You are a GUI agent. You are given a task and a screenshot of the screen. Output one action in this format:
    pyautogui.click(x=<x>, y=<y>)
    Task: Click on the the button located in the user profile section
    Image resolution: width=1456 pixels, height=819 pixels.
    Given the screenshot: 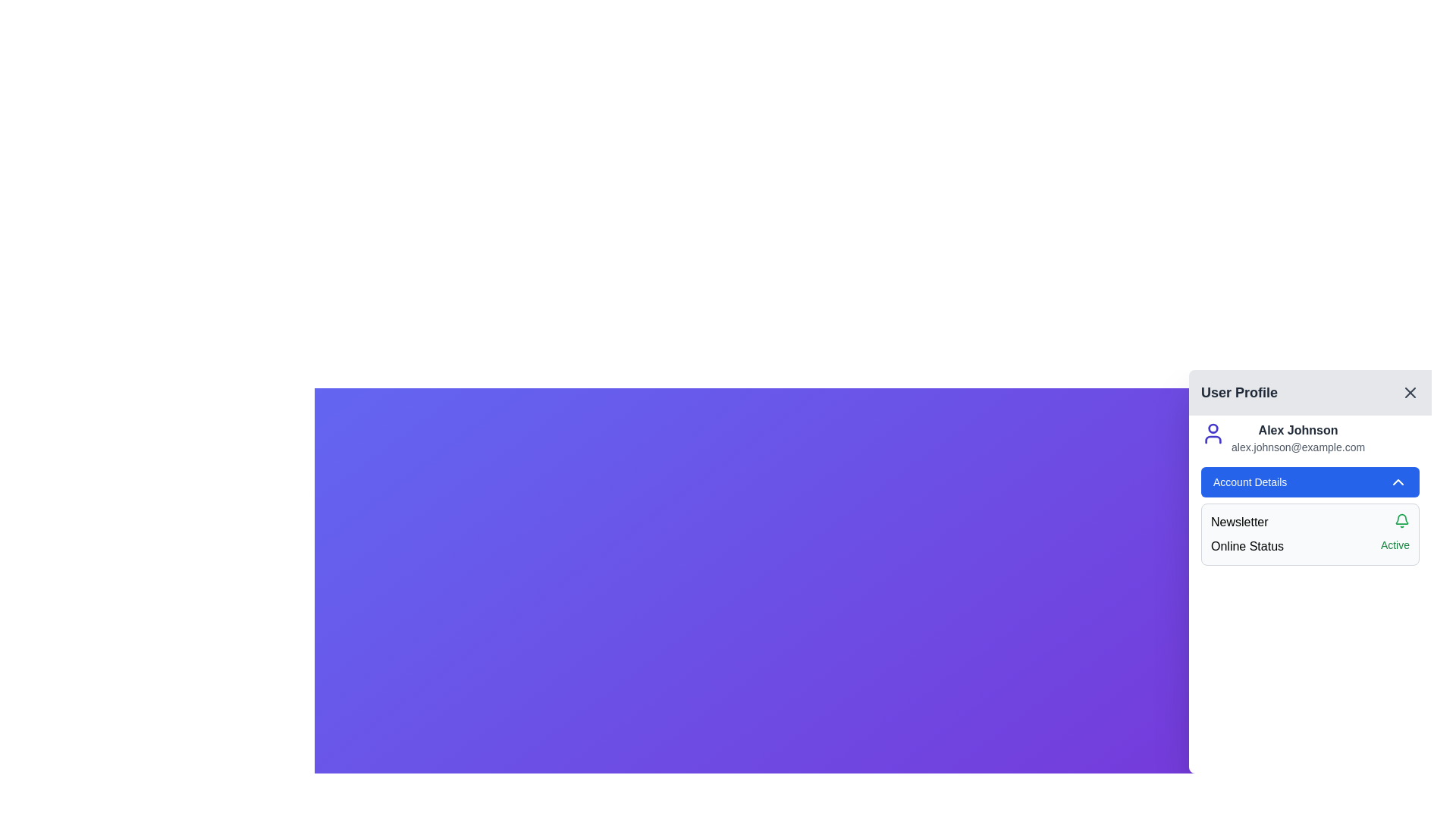 What is the action you would take?
    pyautogui.click(x=1310, y=482)
    